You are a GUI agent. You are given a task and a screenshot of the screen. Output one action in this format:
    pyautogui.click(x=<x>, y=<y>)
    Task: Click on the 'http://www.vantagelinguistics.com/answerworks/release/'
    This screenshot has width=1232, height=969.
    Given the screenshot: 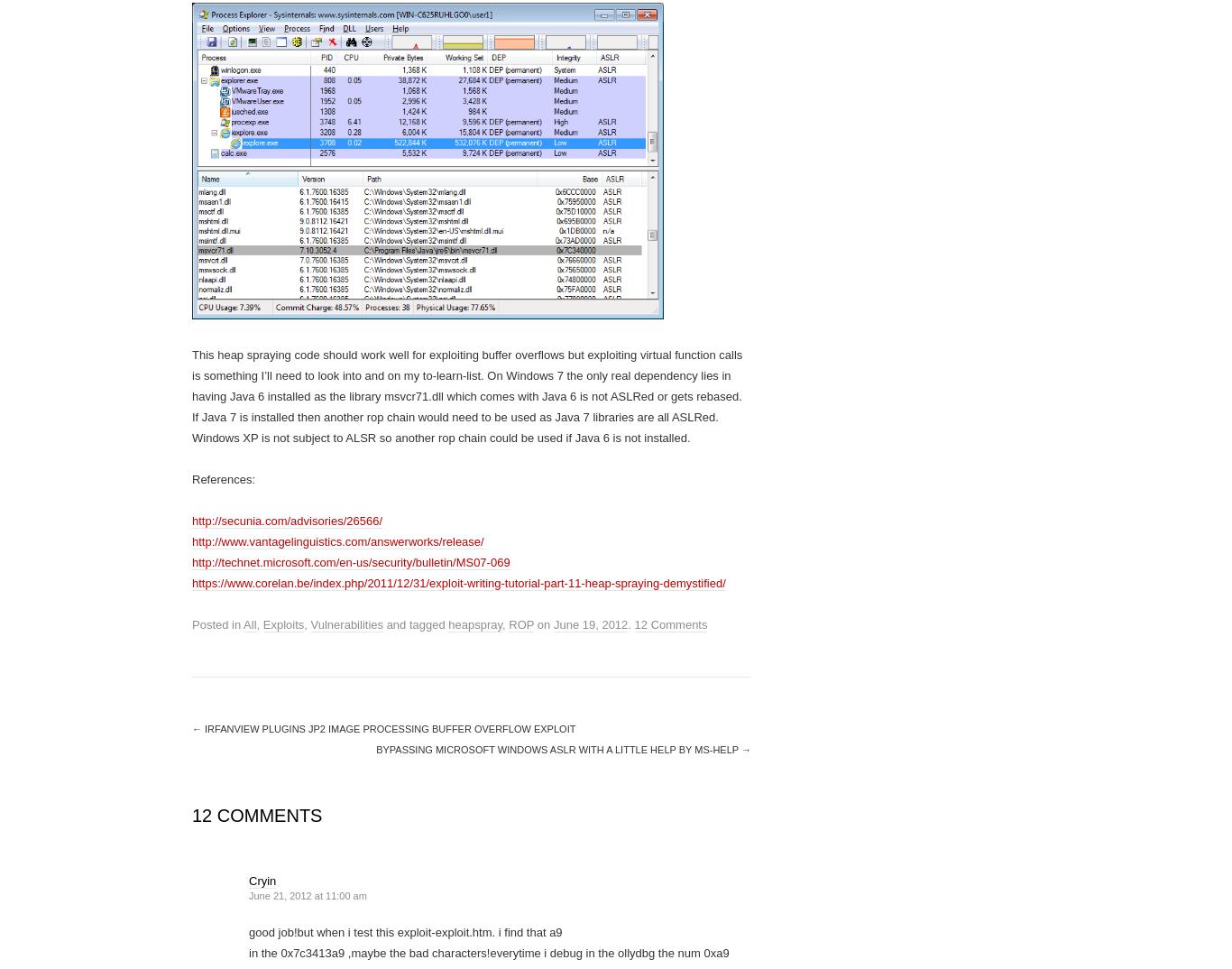 What is the action you would take?
    pyautogui.click(x=336, y=541)
    